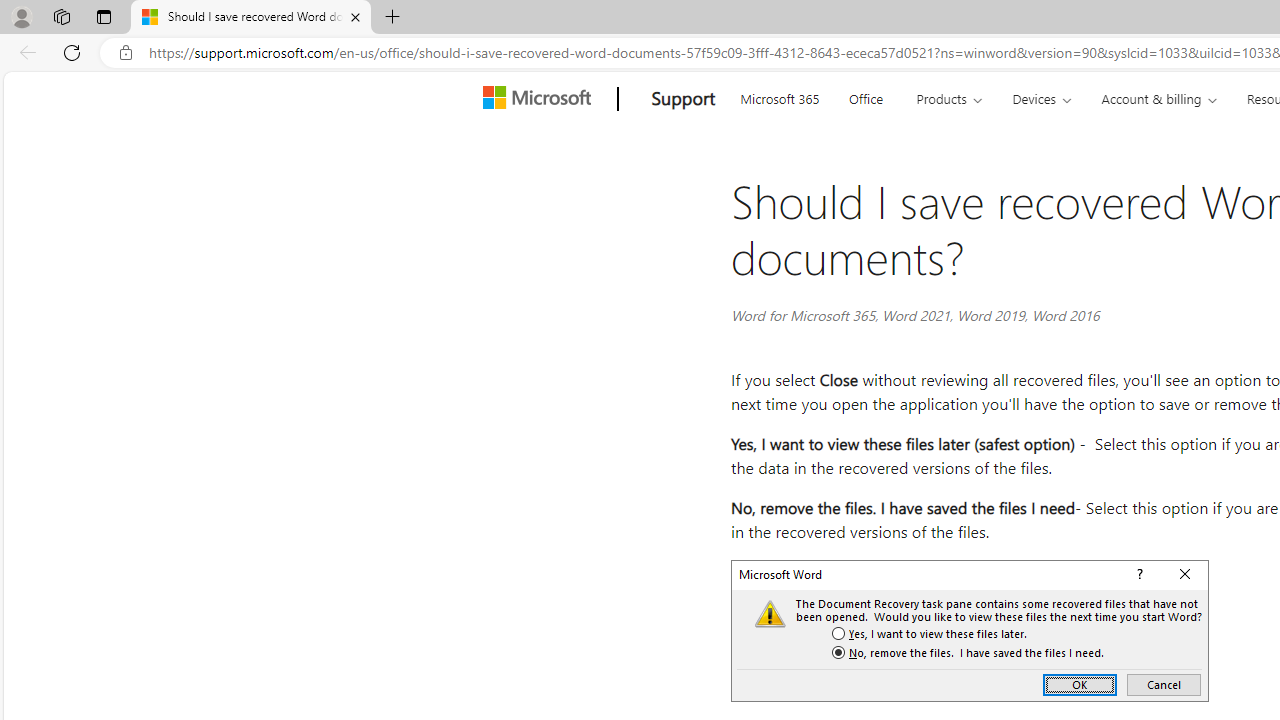  Describe the element at coordinates (541, 99) in the screenshot. I see `'Microsoft'` at that location.